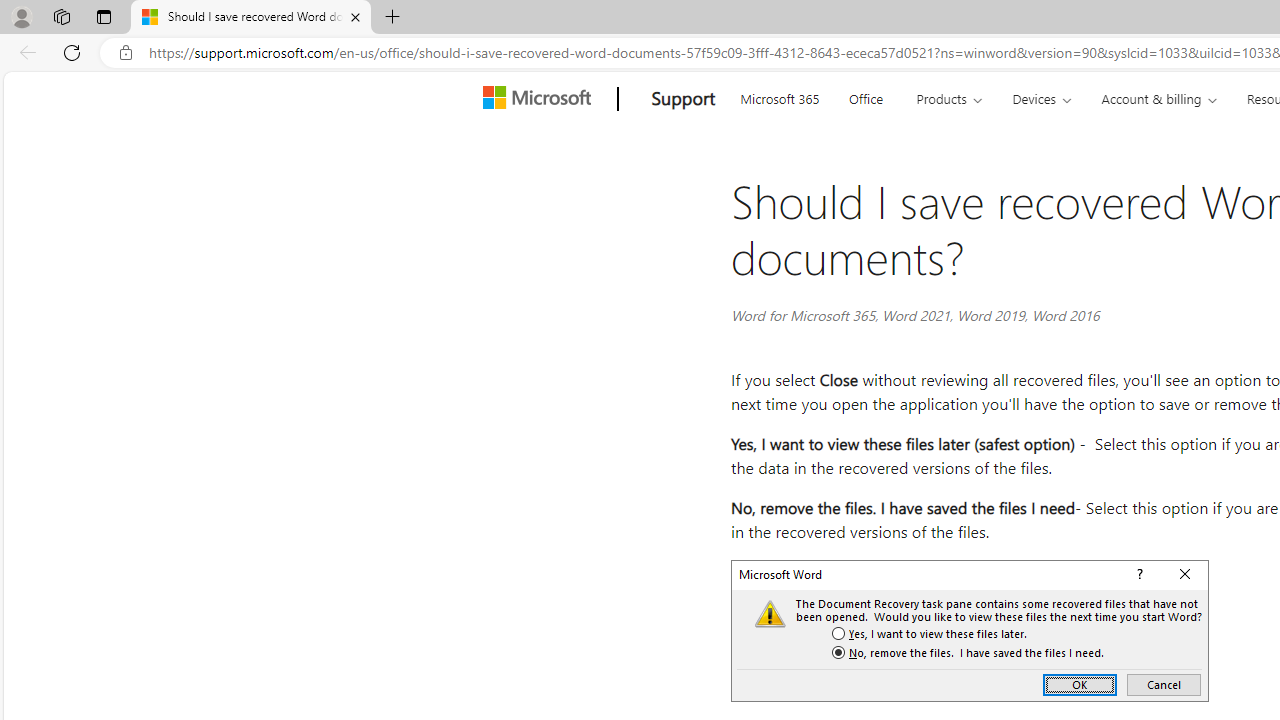  Describe the element at coordinates (541, 99) in the screenshot. I see `'Microsoft'` at that location.